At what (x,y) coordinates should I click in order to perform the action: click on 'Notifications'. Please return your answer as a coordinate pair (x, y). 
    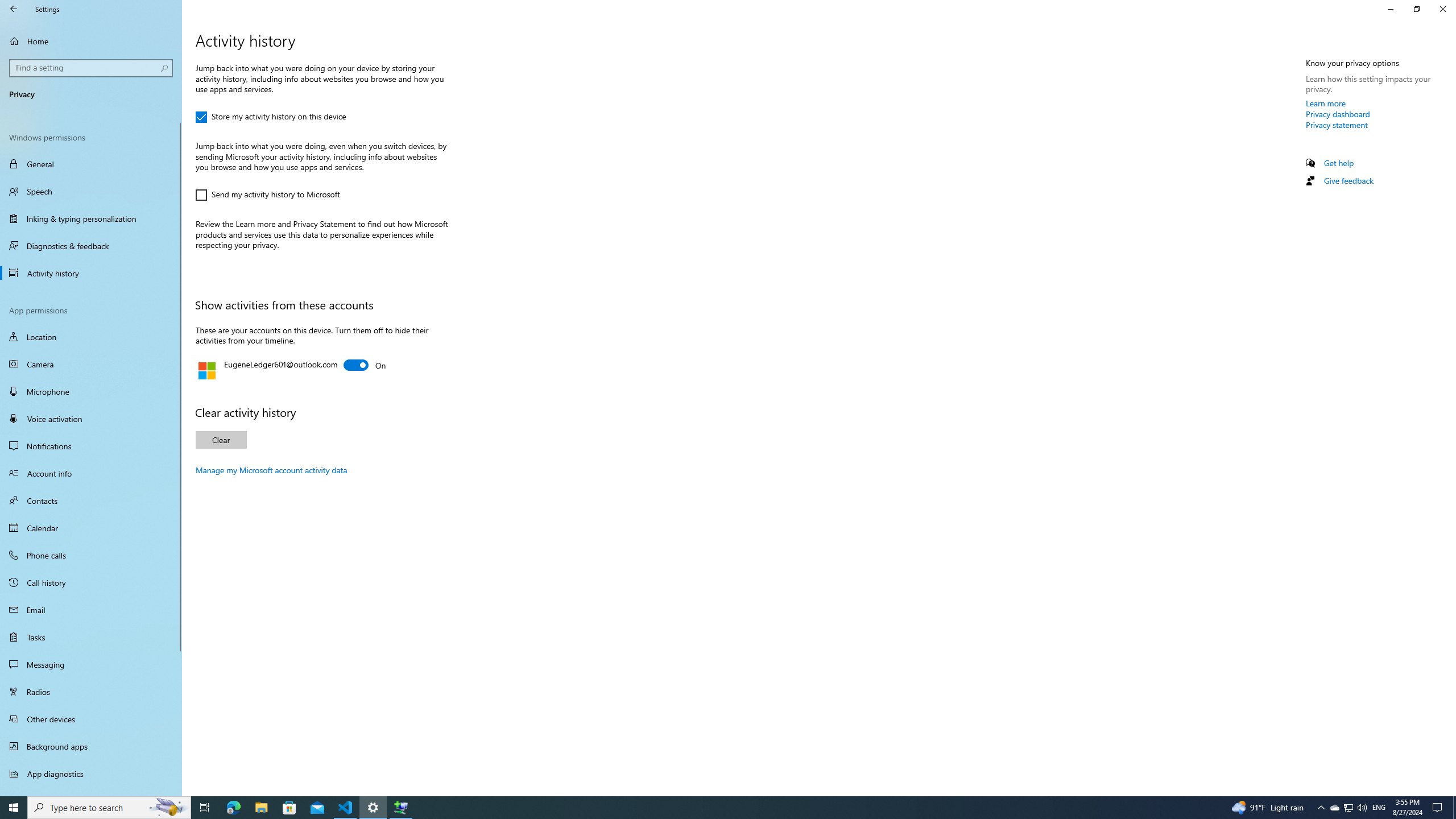
    Looking at the image, I should click on (90, 446).